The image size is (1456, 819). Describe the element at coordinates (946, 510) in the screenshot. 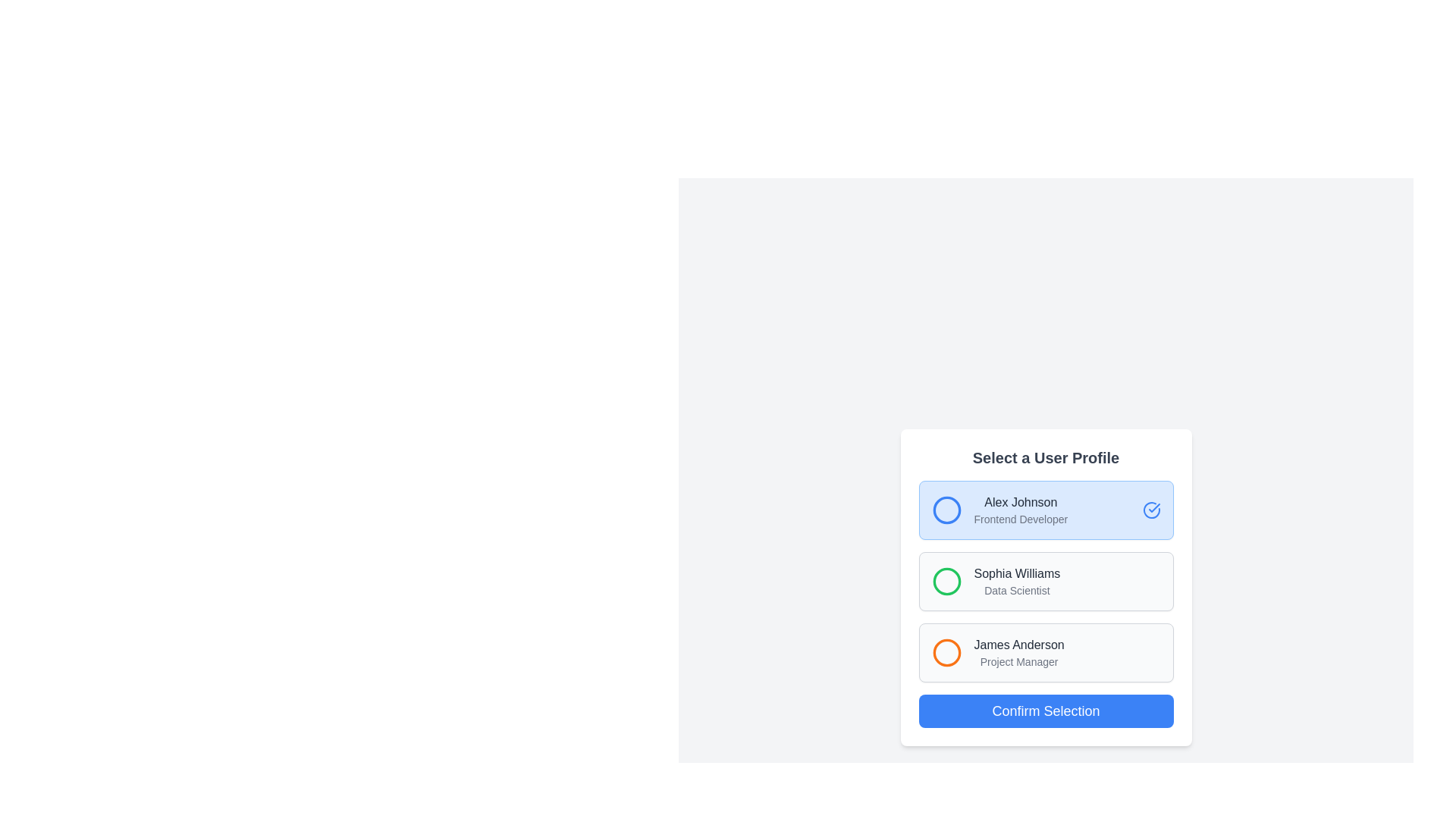

I see `the blue-stroke circle representing the user profile selection for 'Alex Johnson' in the 'Select a User Profile' section` at that location.